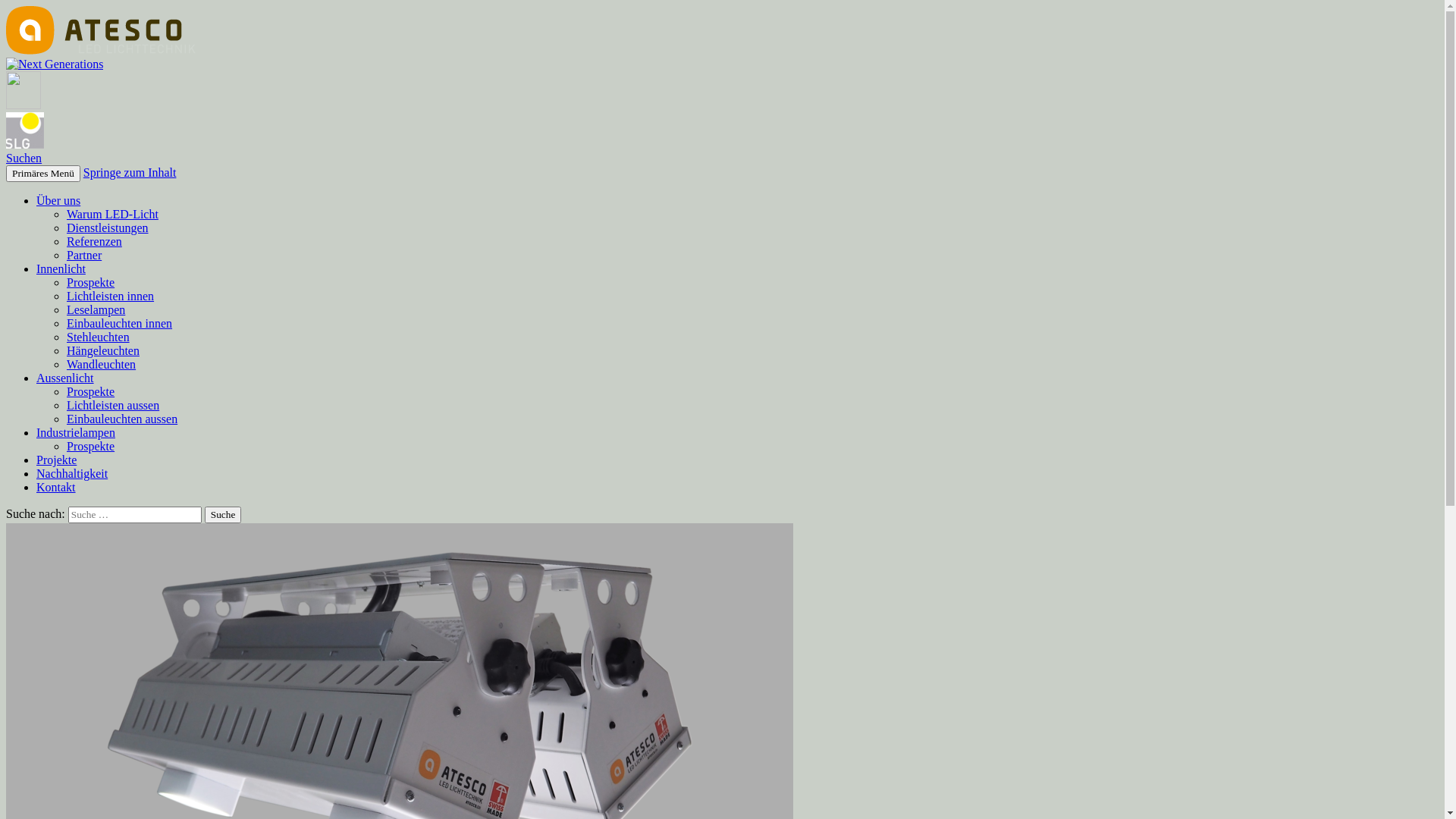  What do you see at coordinates (65, 240) in the screenshot?
I see `'Referenzen'` at bounding box center [65, 240].